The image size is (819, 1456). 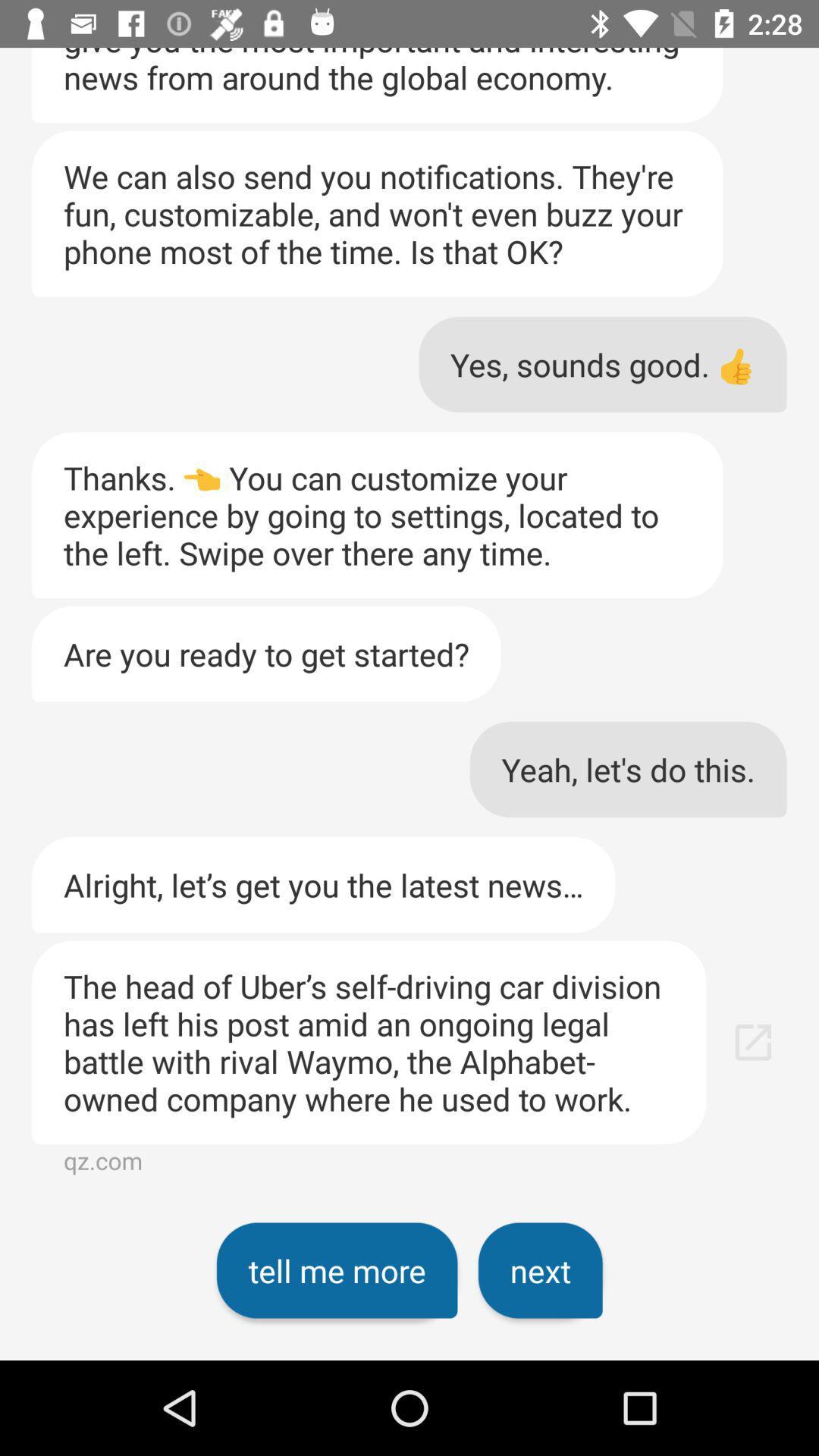 What do you see at coordinates (539, 1270) in the screenshot?
I see `icon below the the head of` at bounding box center [539, 1270].